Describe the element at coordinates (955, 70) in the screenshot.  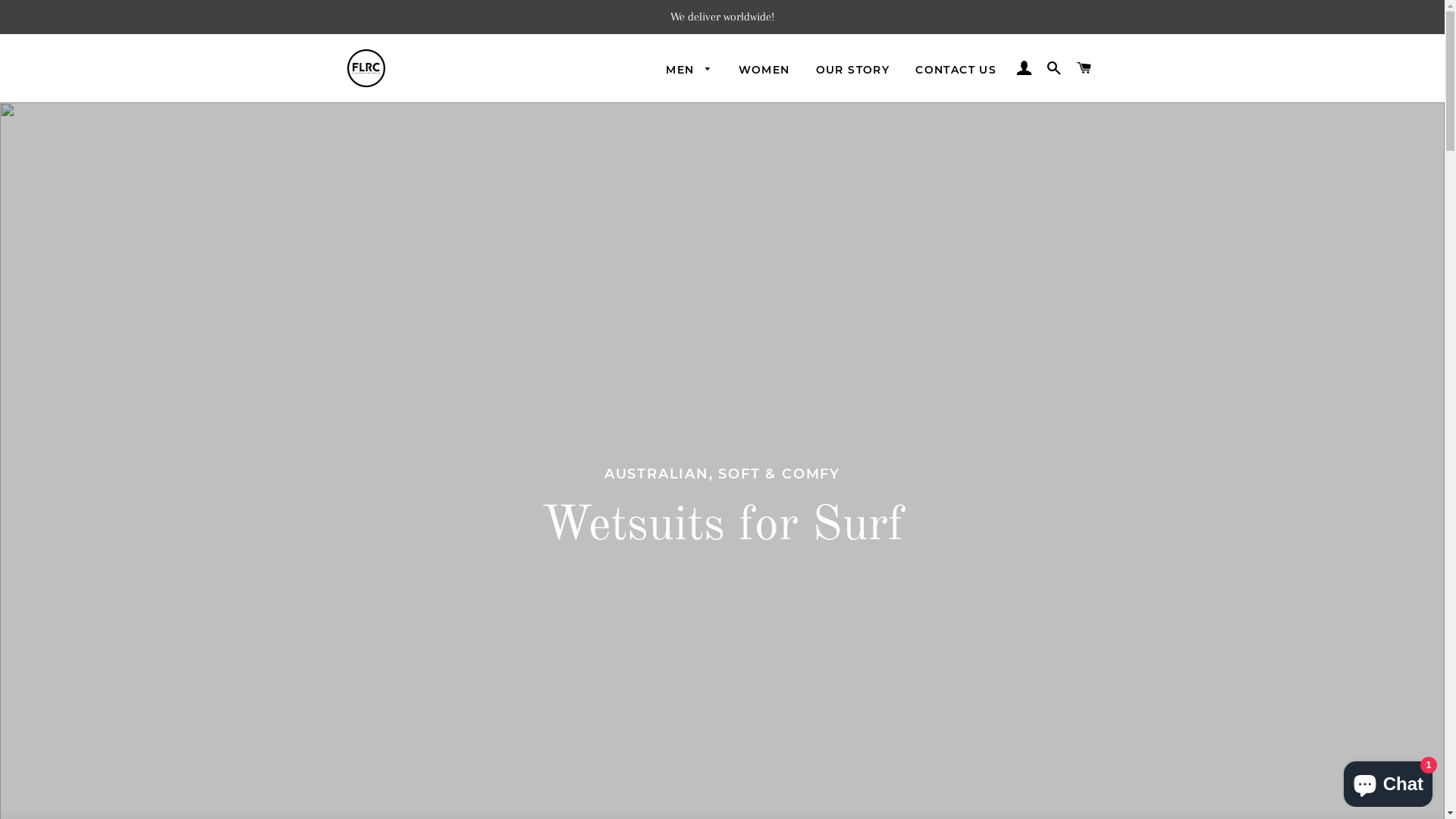
I see `'CONTACT US'` at that location.